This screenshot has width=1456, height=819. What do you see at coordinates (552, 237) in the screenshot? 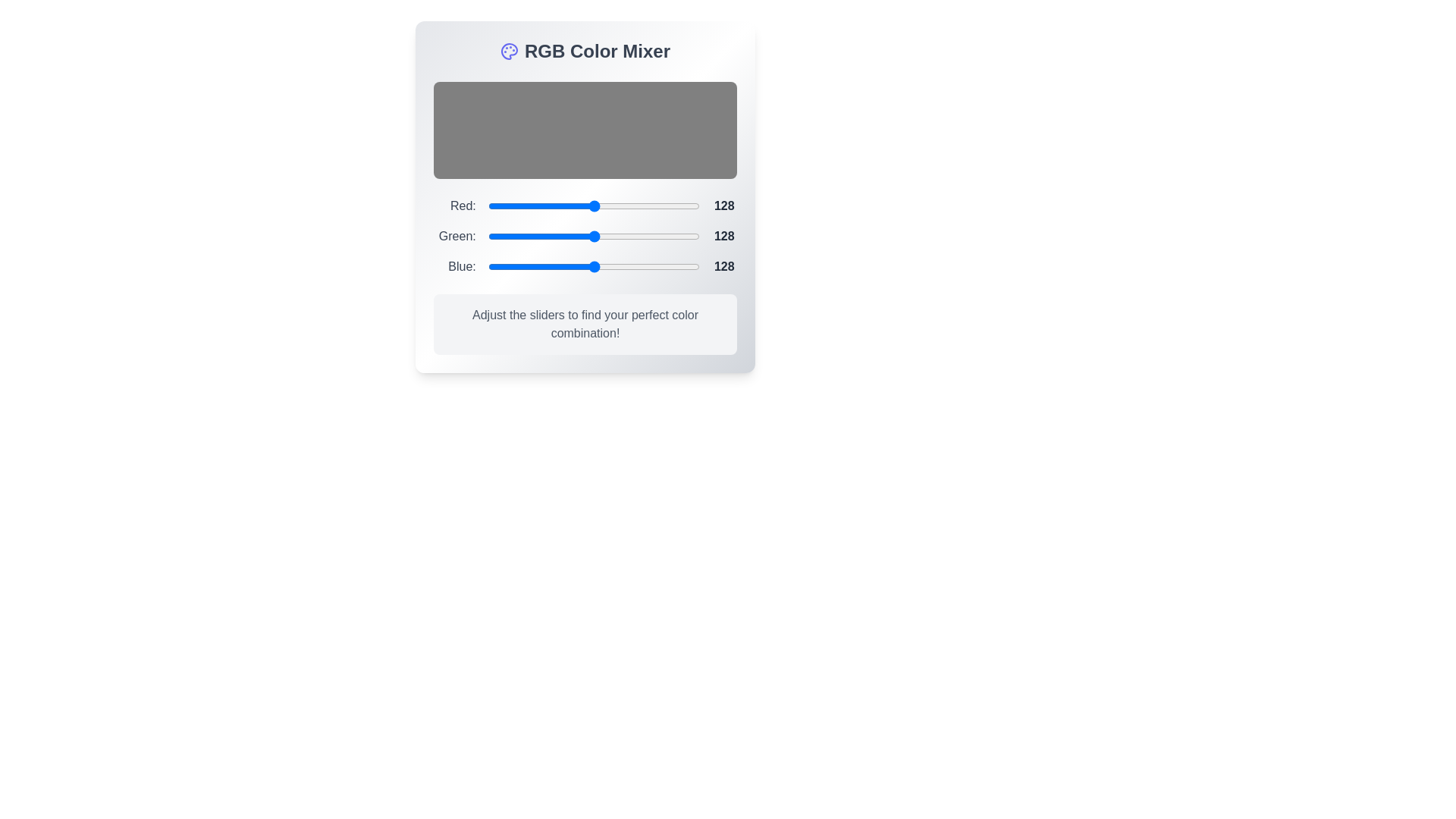
I see `the 1 slider to 78` at bounding box center [552, 237].